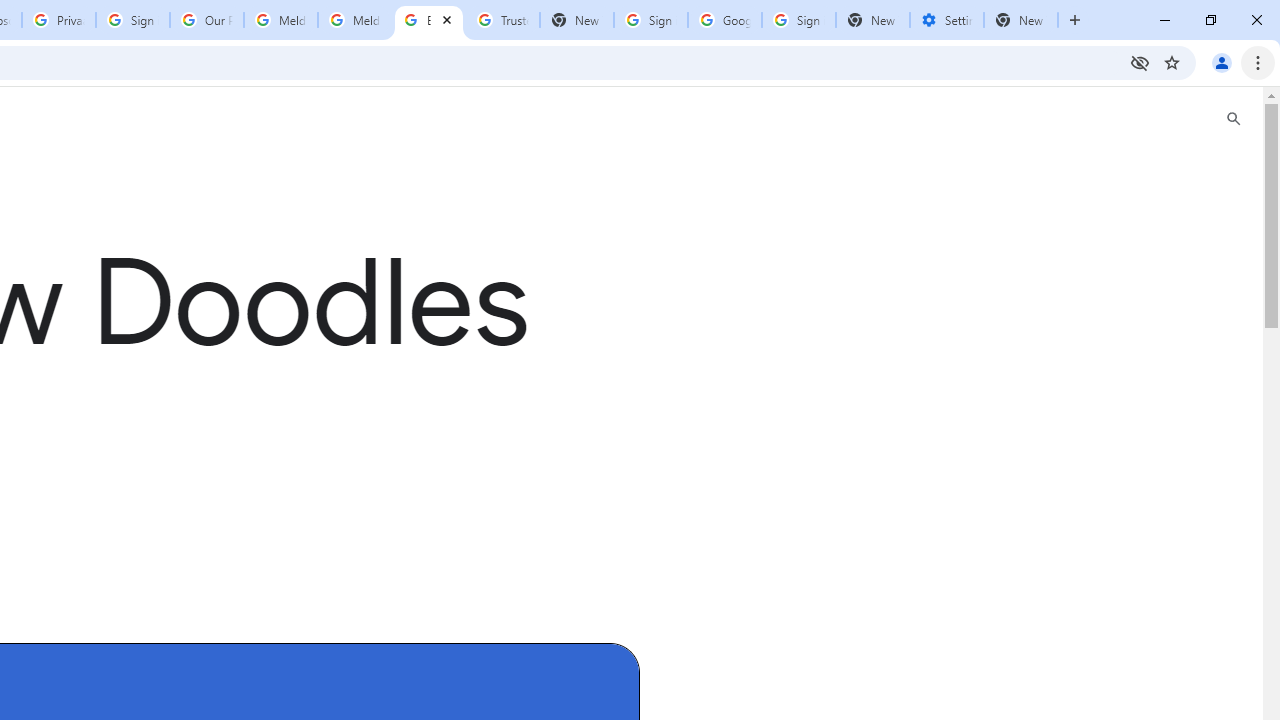 The height and width of the screenshot is (720, 1280). Describe the element at coordinates (1232, 119) in the screenshot. I see `'Search'` at that location.